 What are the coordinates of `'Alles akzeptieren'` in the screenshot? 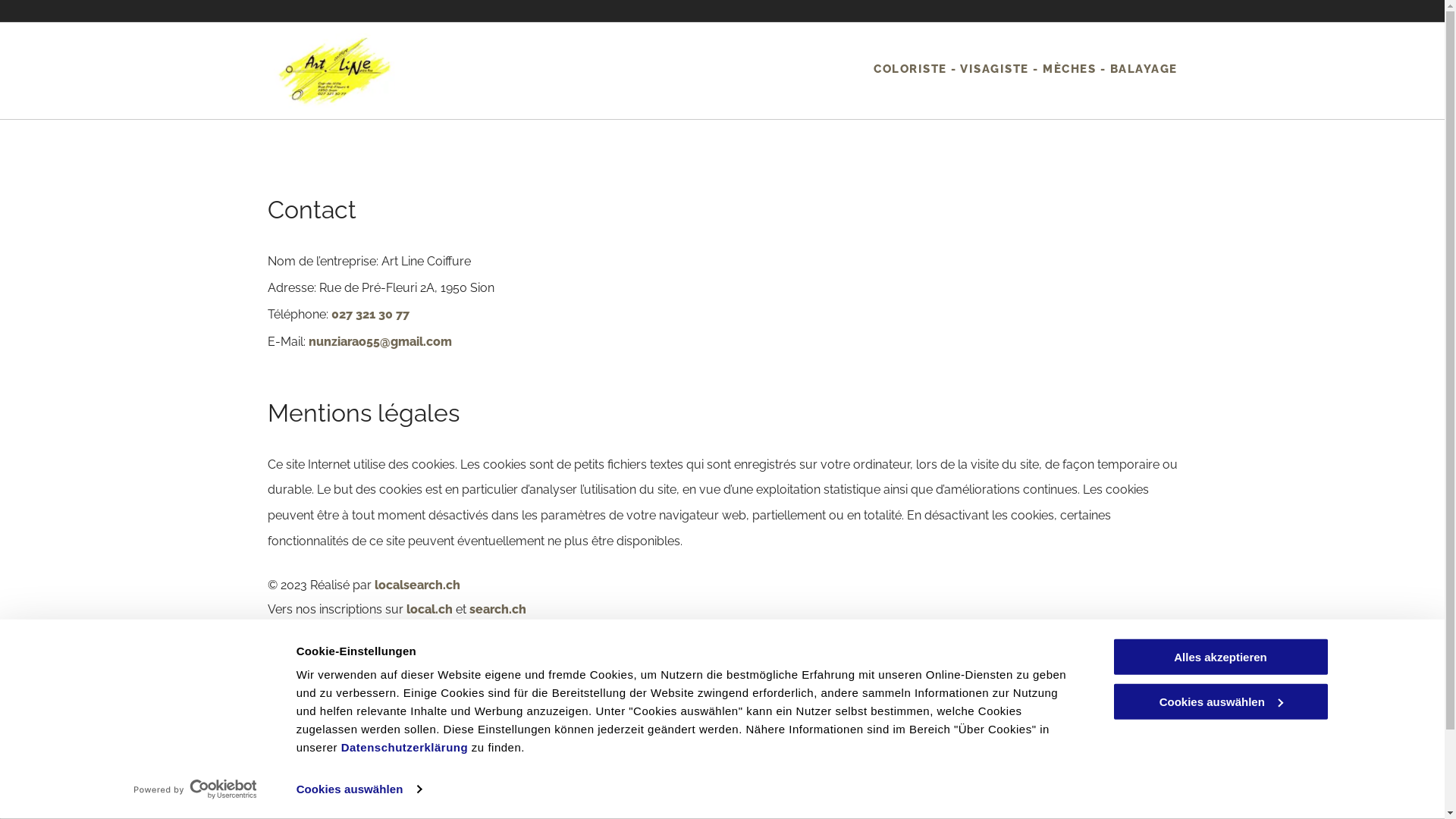 It's located at (1219, 656).